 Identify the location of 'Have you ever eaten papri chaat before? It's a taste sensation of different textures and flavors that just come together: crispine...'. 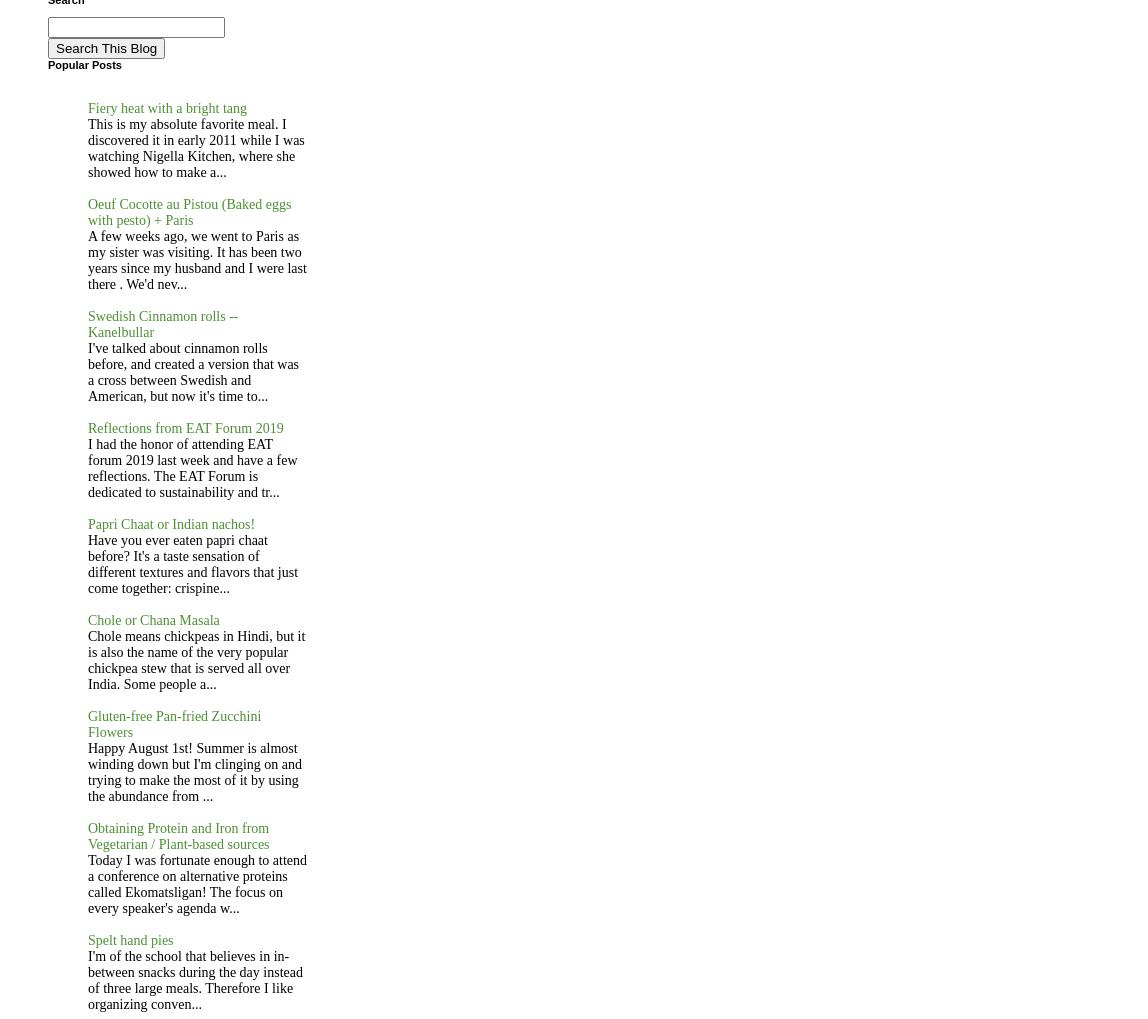
(192, 562).